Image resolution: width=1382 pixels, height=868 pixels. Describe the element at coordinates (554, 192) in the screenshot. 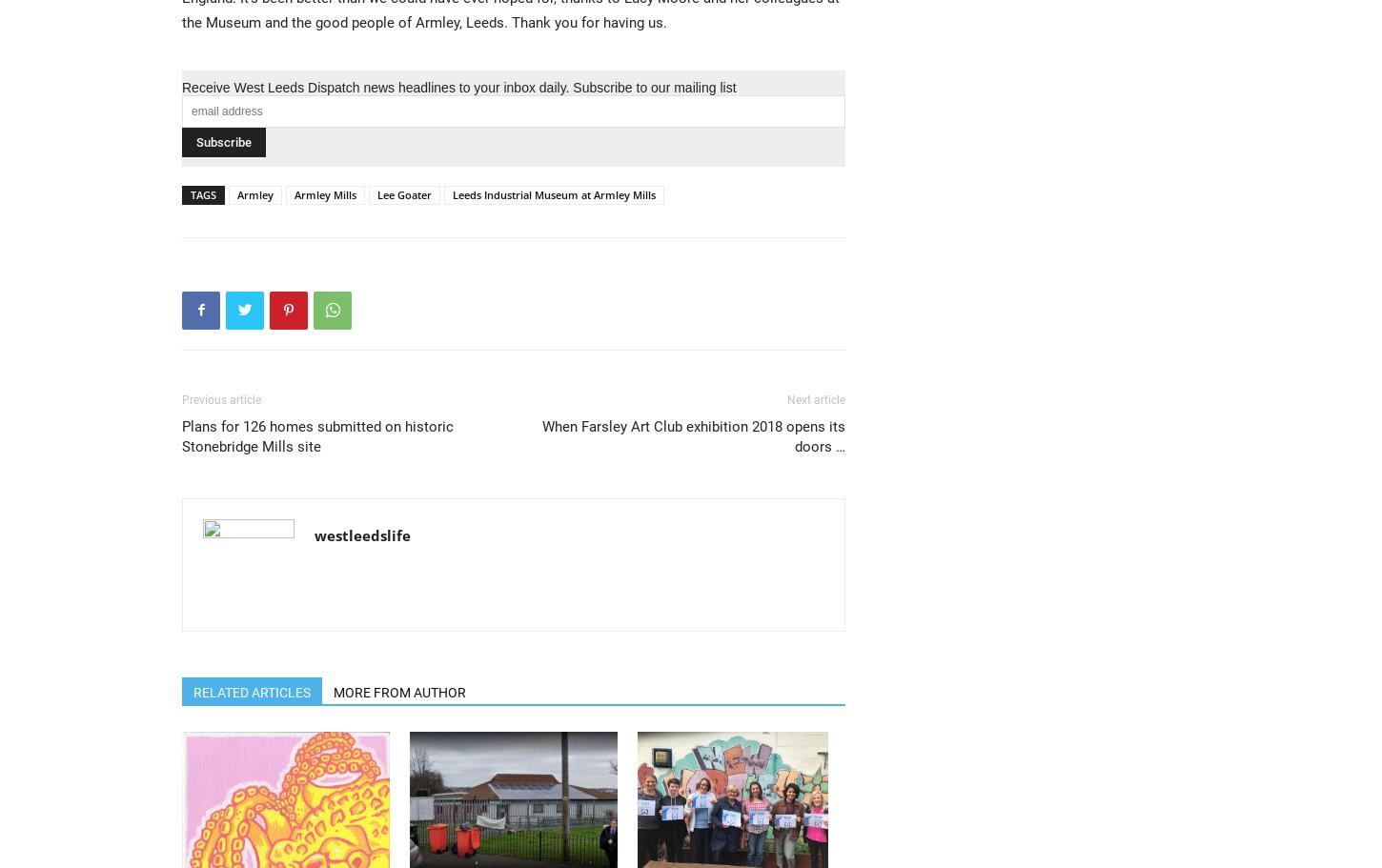

I see `'Leeds Industrial Museum at Armley Mills'` at that location.